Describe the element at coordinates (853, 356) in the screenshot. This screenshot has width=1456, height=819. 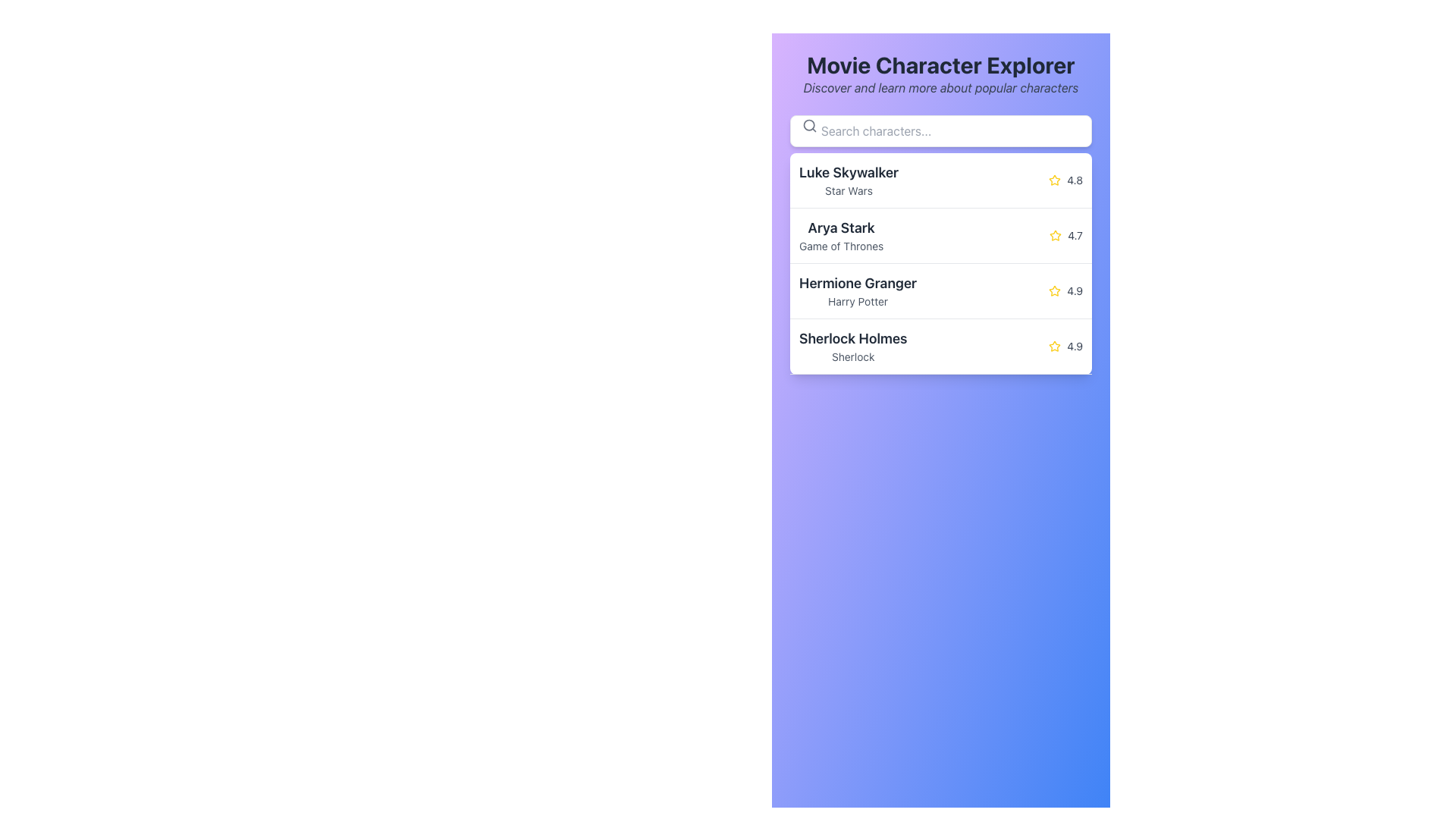
I see `the text element that provides additional context or a subtitle to 'Sherlock Holmes,' positioned directly below it in the fourth row of the list` at that location.